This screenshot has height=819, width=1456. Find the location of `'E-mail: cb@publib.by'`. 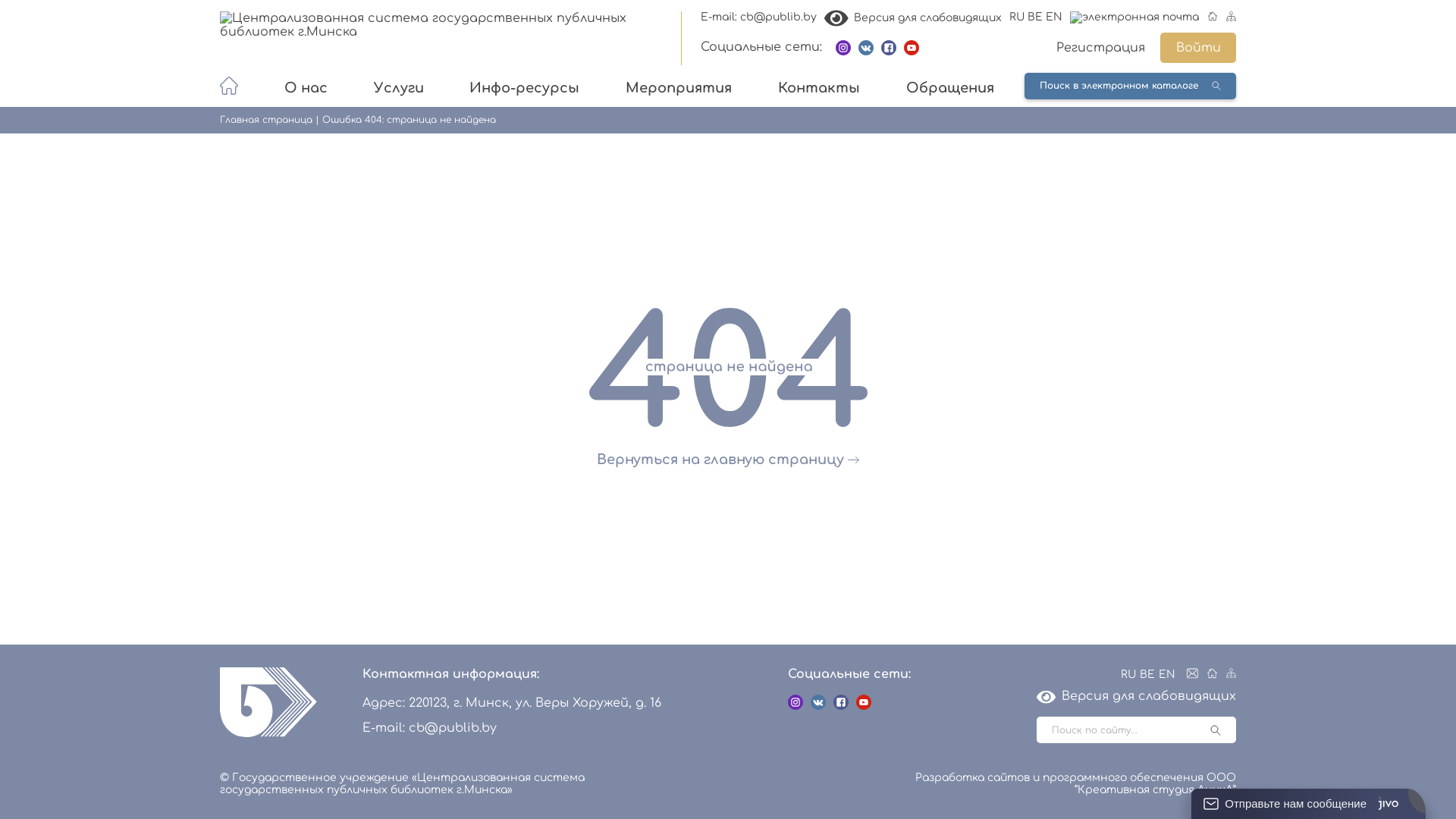

'E-mail: cb@publib.by' is located at coordinates (758, 17).